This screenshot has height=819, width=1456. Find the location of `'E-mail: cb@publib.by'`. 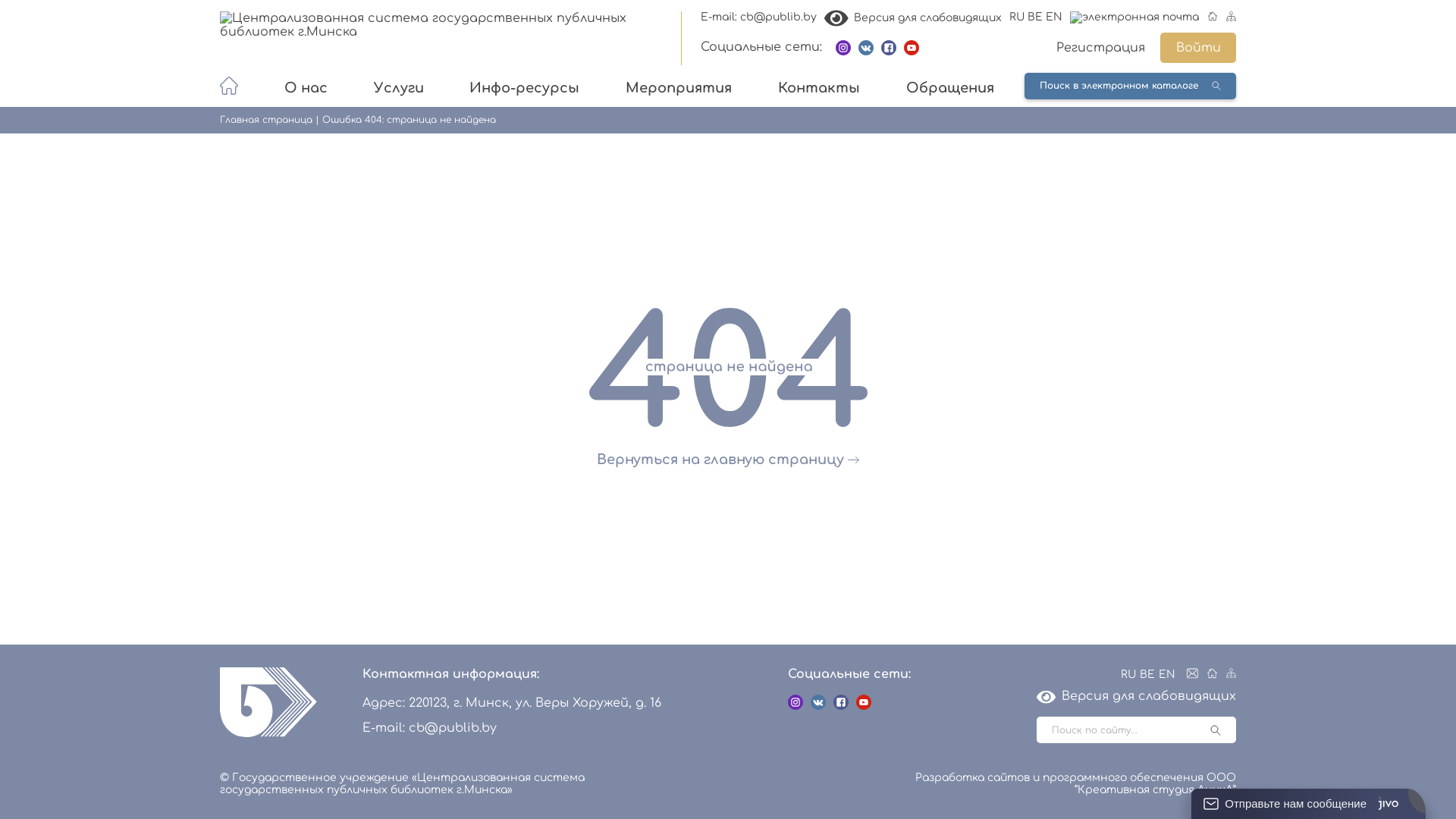

'E-mail: cb@publib.by' is located at coordinates (758, 17).